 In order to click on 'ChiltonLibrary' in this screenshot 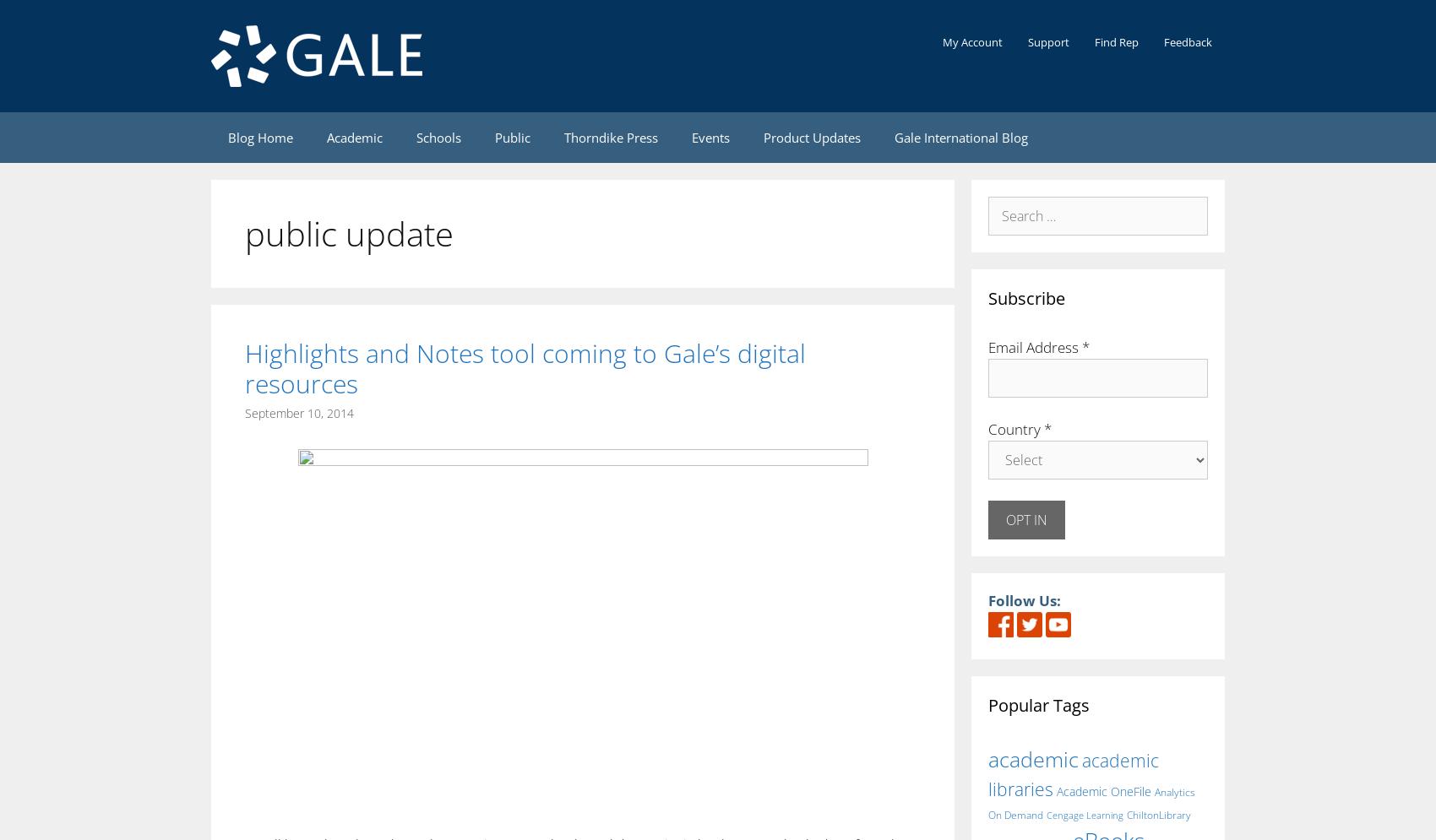, I will do `click(1126, 814)`.